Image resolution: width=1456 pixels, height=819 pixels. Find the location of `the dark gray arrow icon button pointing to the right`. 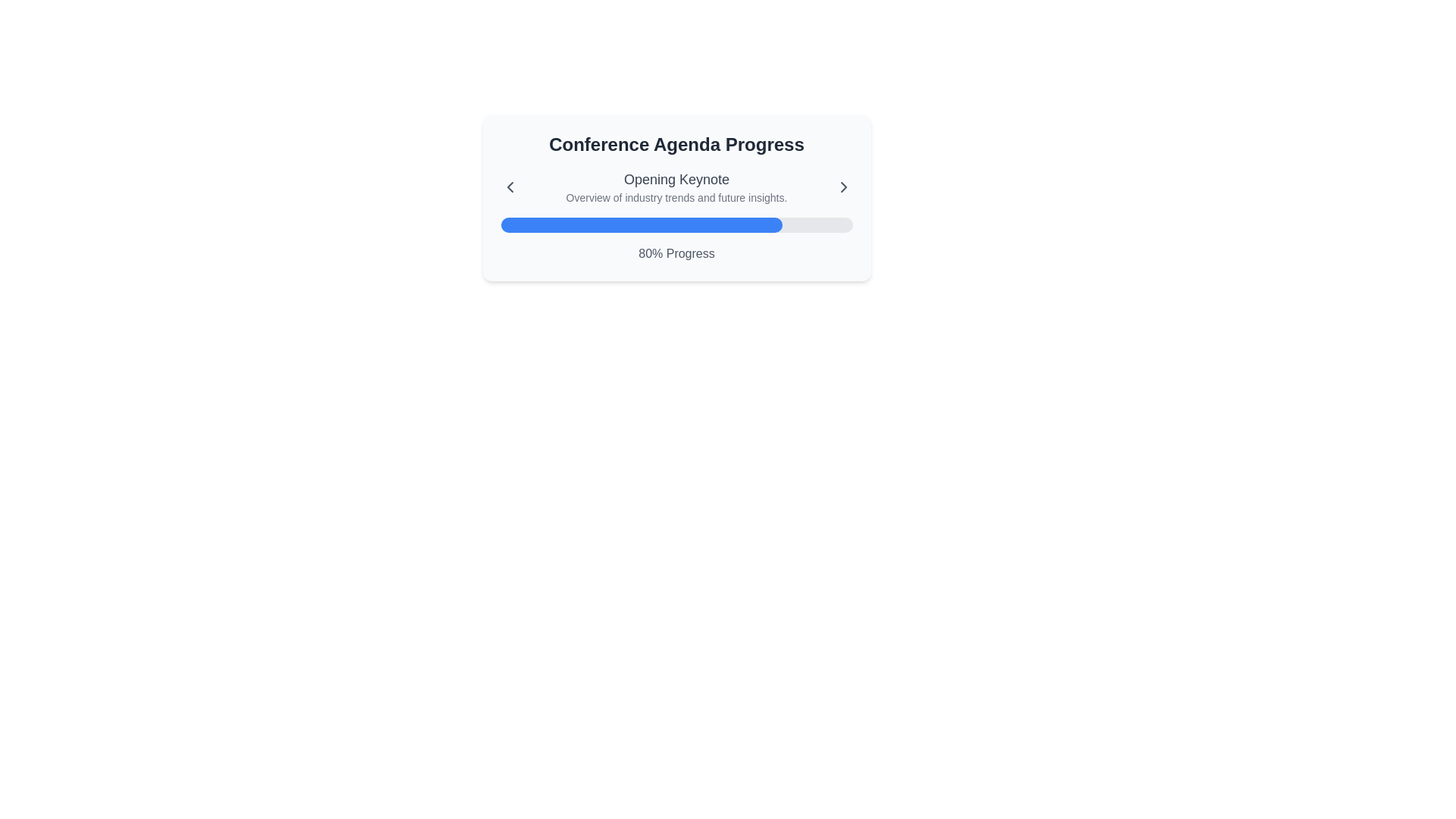

the dark gray arrow icon button pointing to the right is located at coordinates (843, 186).